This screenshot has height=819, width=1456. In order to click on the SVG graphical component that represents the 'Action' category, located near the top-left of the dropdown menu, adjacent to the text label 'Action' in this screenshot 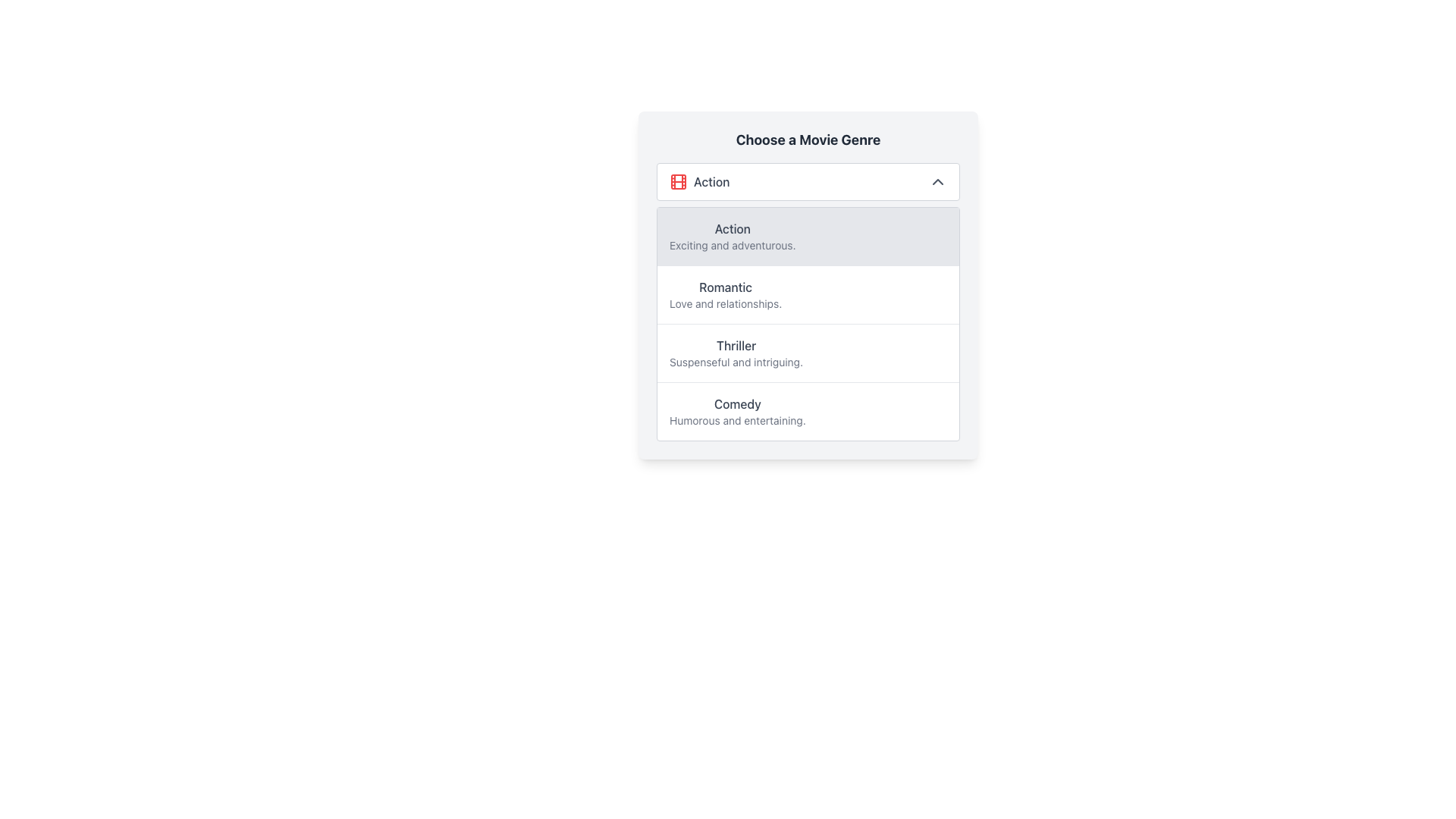, I will do `click(677, 180)`.